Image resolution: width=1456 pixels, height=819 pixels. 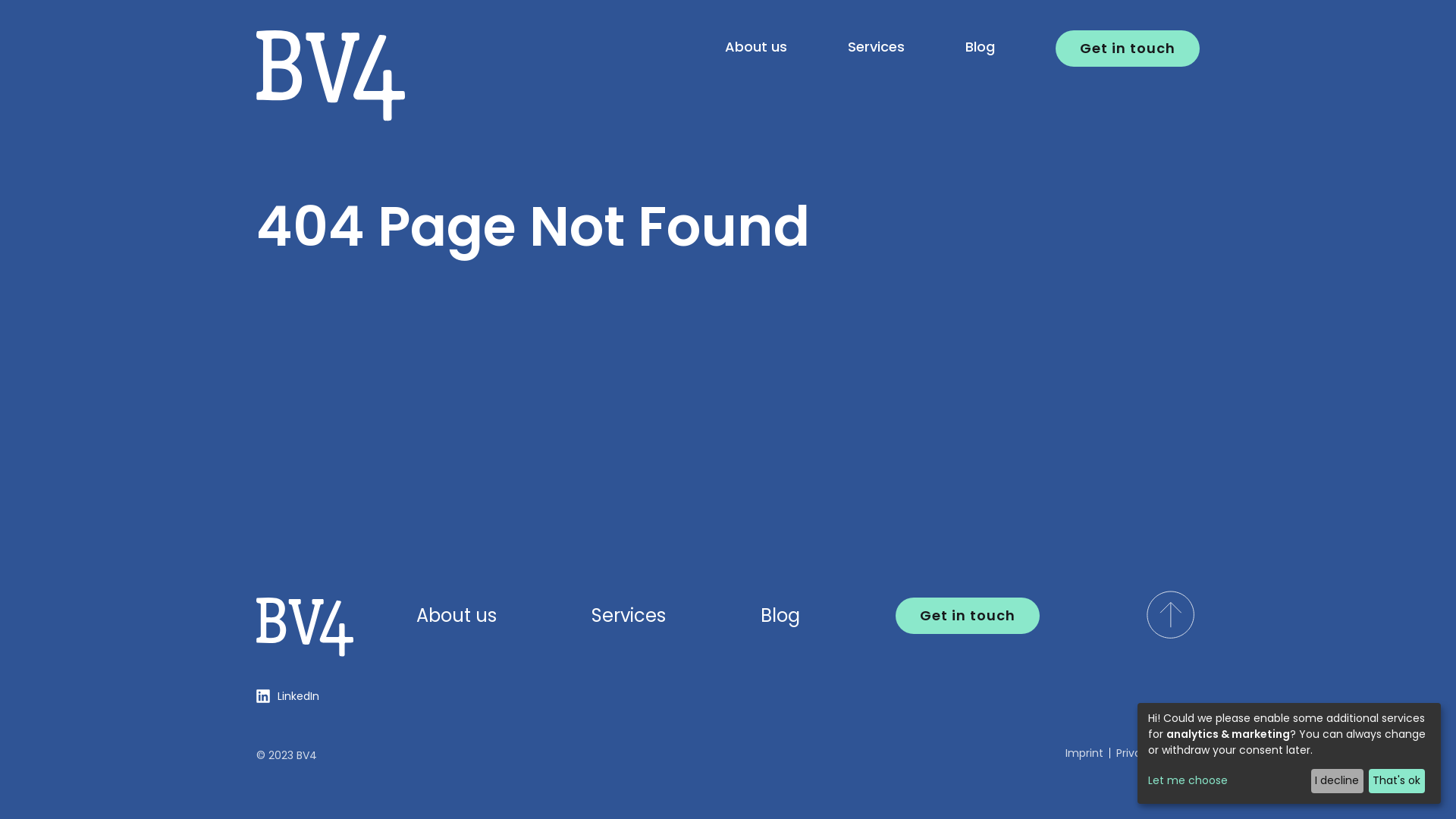 I want to click on 'Services', so click(x=629, y=615).